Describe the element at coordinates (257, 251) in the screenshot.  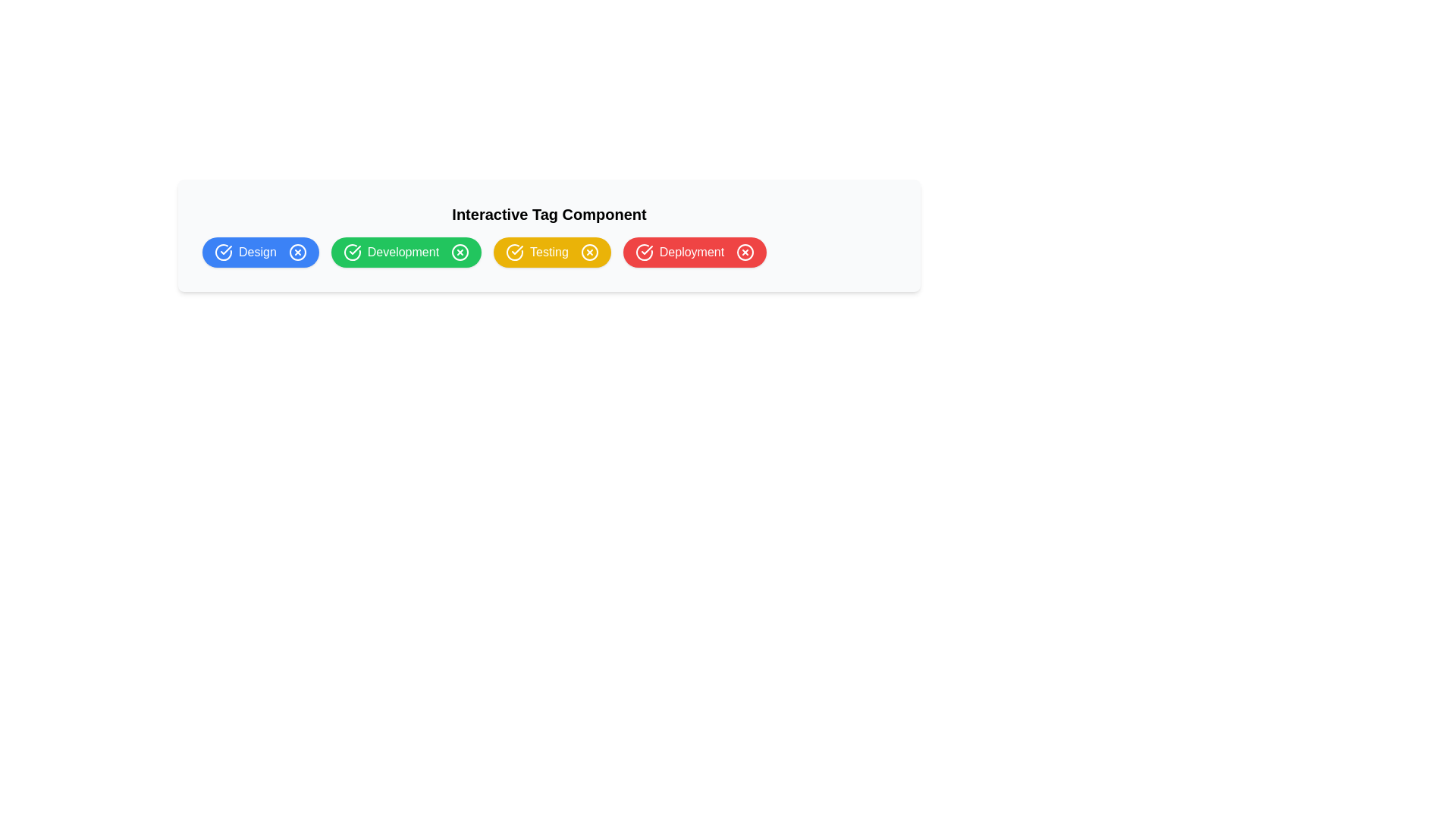
I see `label of the text component displaying the word 'Design', which is centrally located within the blue pill-shaped background` at that location.